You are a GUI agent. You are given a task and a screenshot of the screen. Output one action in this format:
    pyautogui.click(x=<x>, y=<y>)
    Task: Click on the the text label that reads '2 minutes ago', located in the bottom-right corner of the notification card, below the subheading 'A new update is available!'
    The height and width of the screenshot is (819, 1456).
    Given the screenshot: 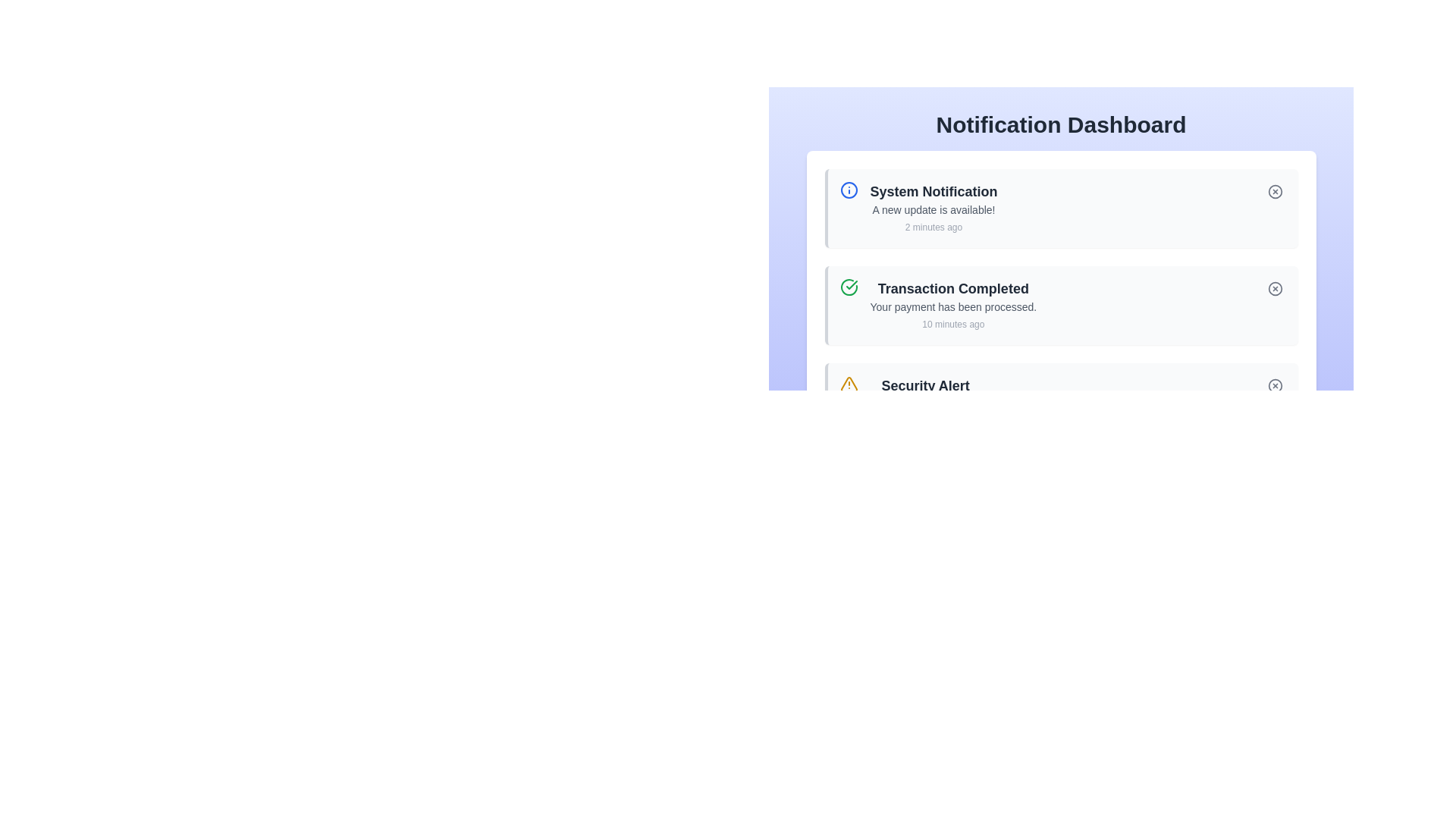 What is the action you would take?
    pyautogui.click(x=933, y=227)
    